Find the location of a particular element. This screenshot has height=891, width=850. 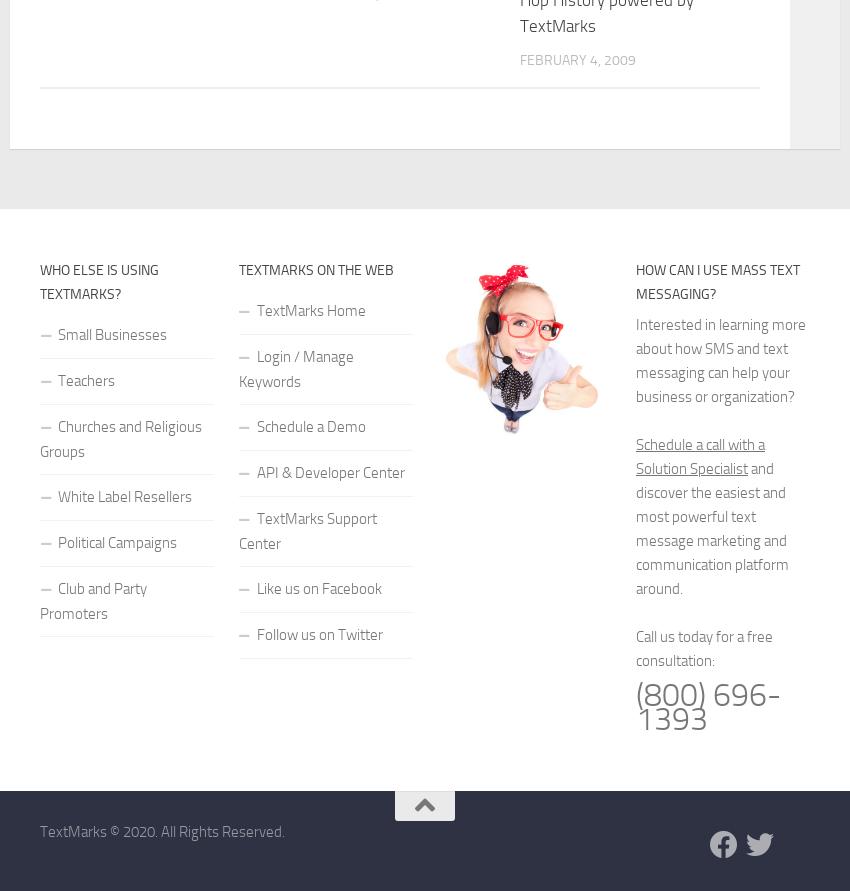

'Teachers' is located at coordinates (85, 380).